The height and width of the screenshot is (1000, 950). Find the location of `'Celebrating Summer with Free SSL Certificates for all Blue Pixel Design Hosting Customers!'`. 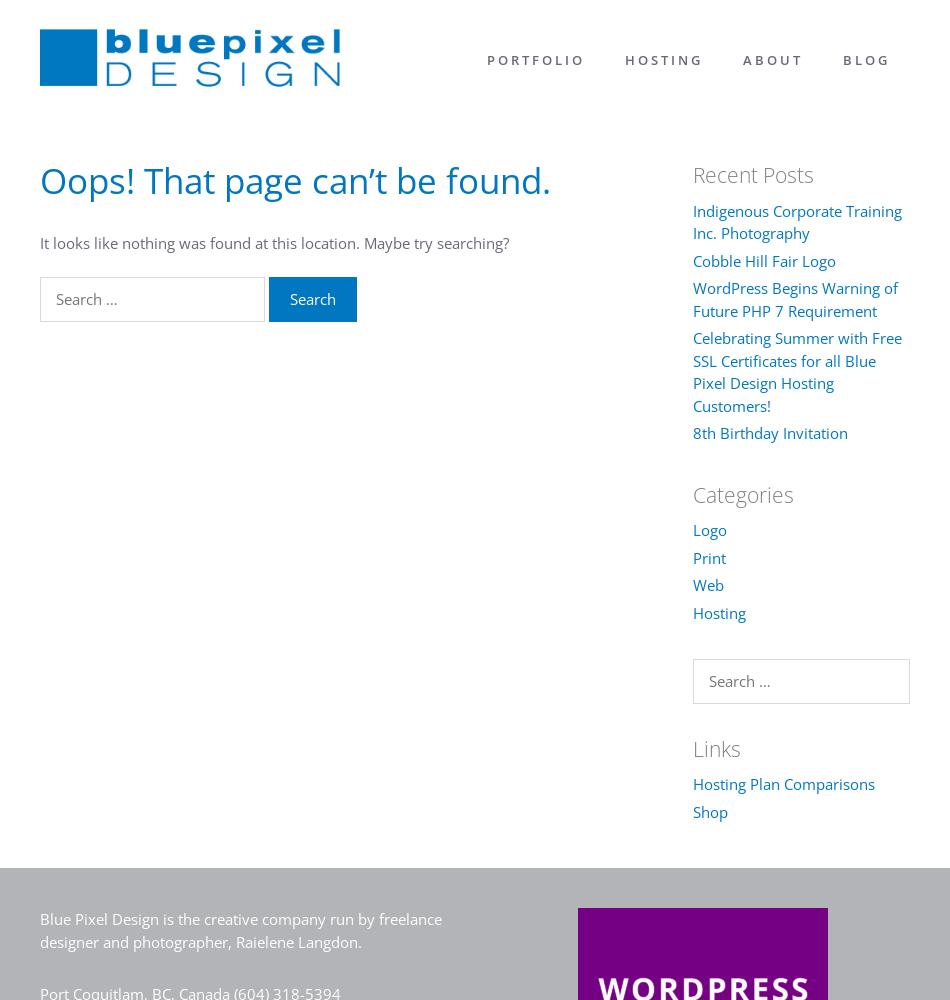

'Celebrating Summer with Free SSL Certificates for all Blue Pixel Design Hosting Customers!' is located at coordinates (795, 370).